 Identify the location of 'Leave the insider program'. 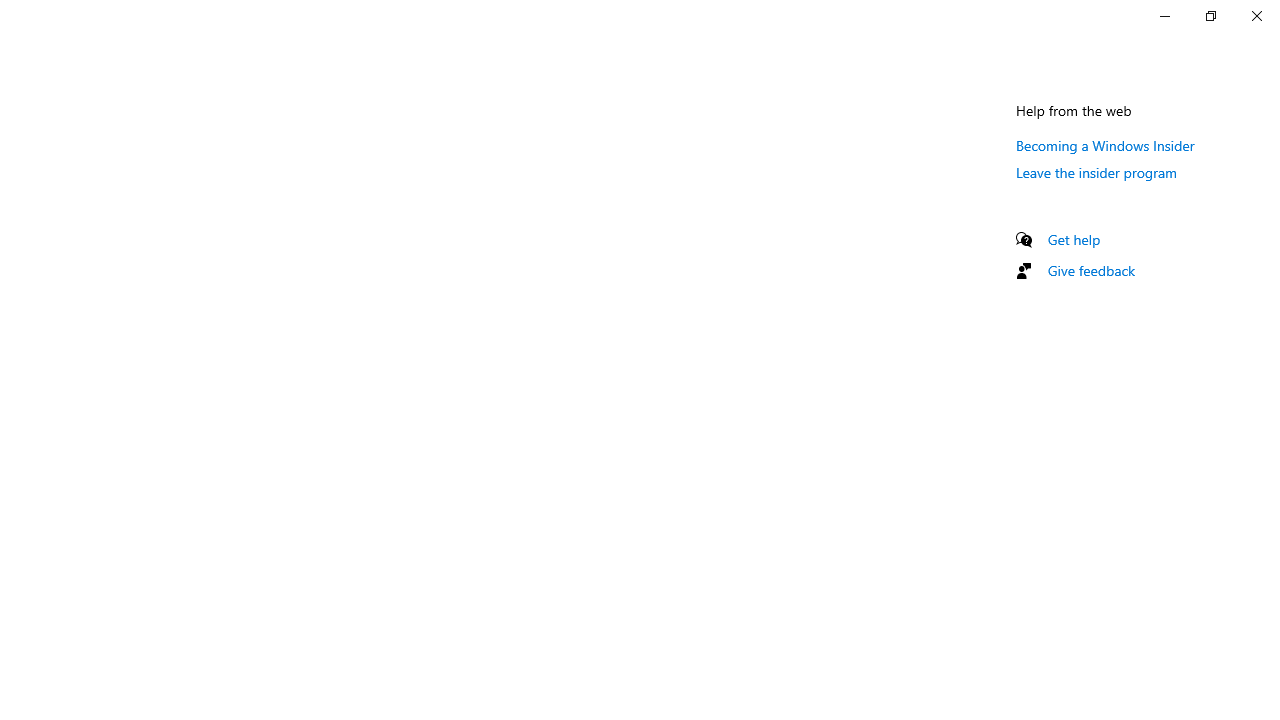
(1095, 171).